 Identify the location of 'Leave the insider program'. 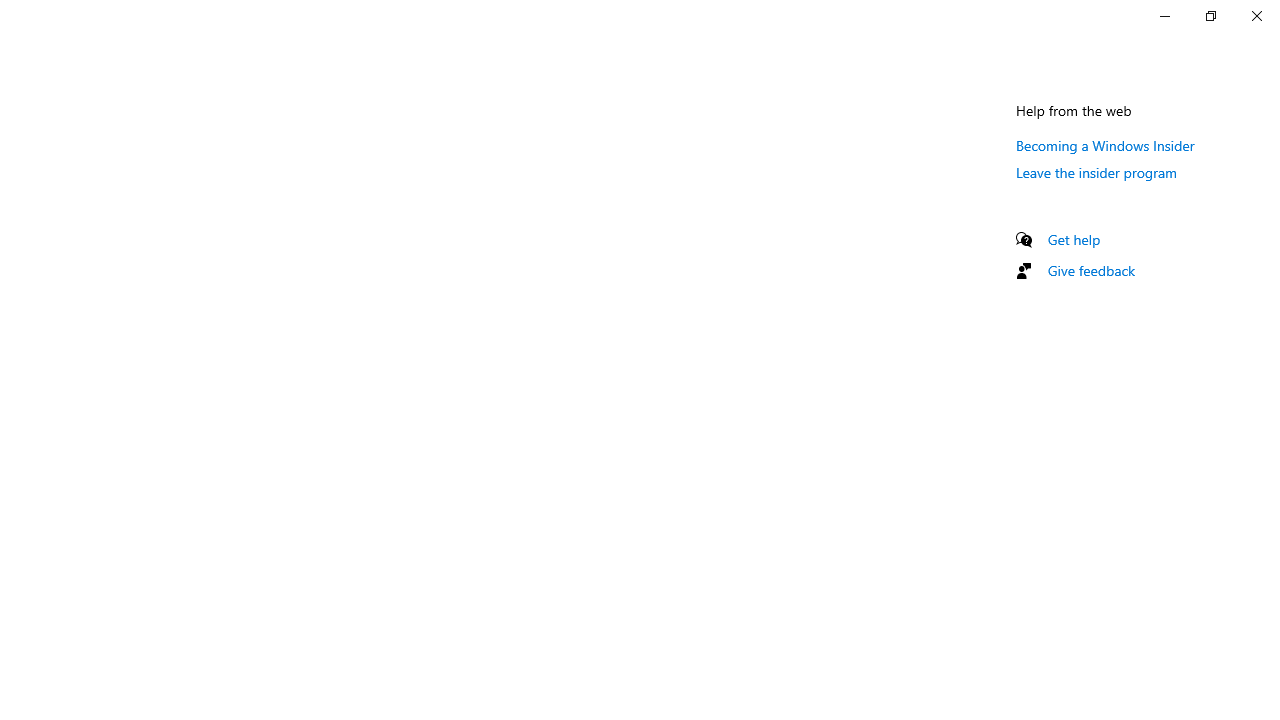
(1095, 171).